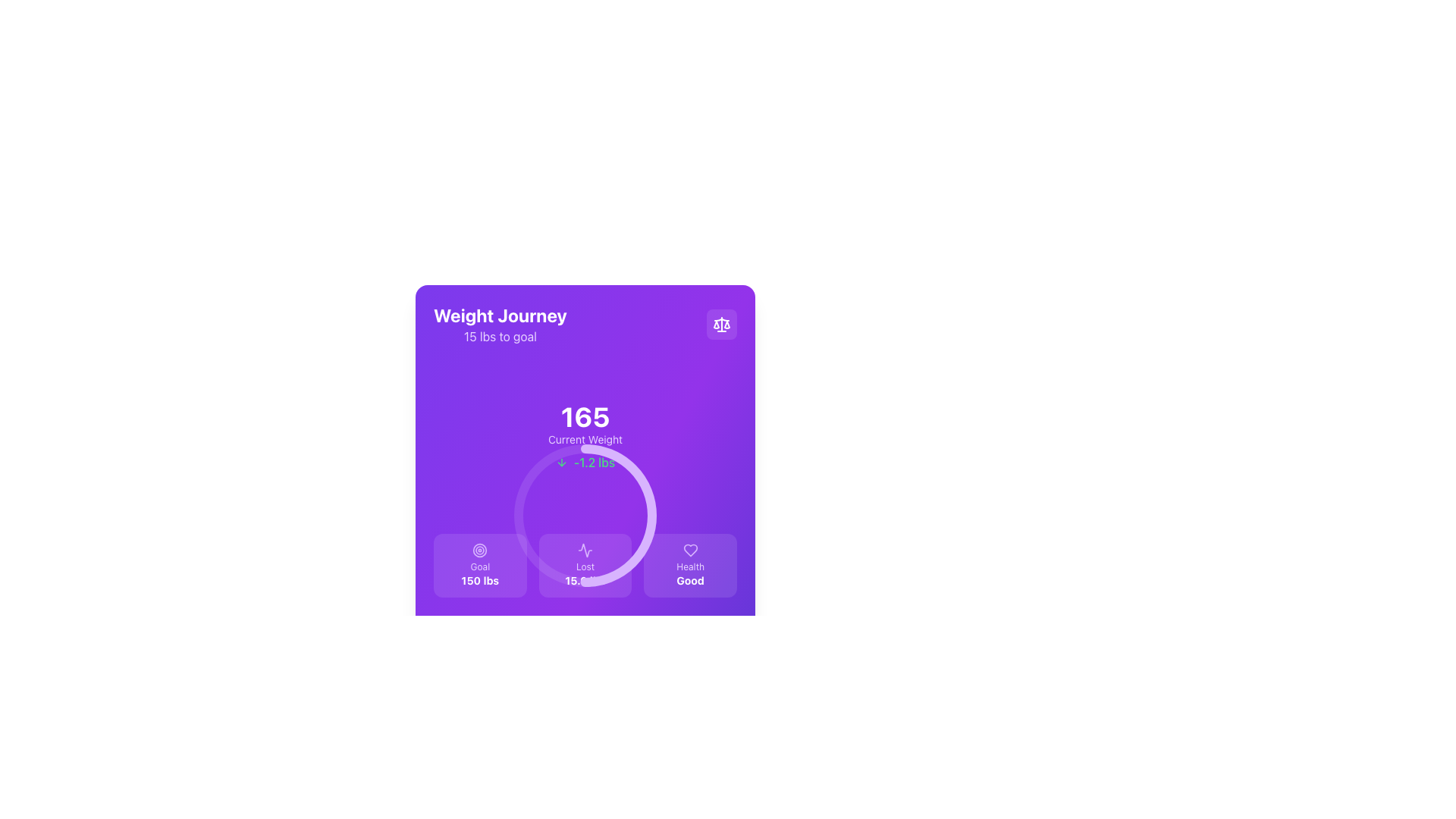  I want to click on displayed weight change information '-1.2 lbs' along with its accompanying downwards arrow icon, which is located on a purple background under the main weight value '165', so click(585, 461).